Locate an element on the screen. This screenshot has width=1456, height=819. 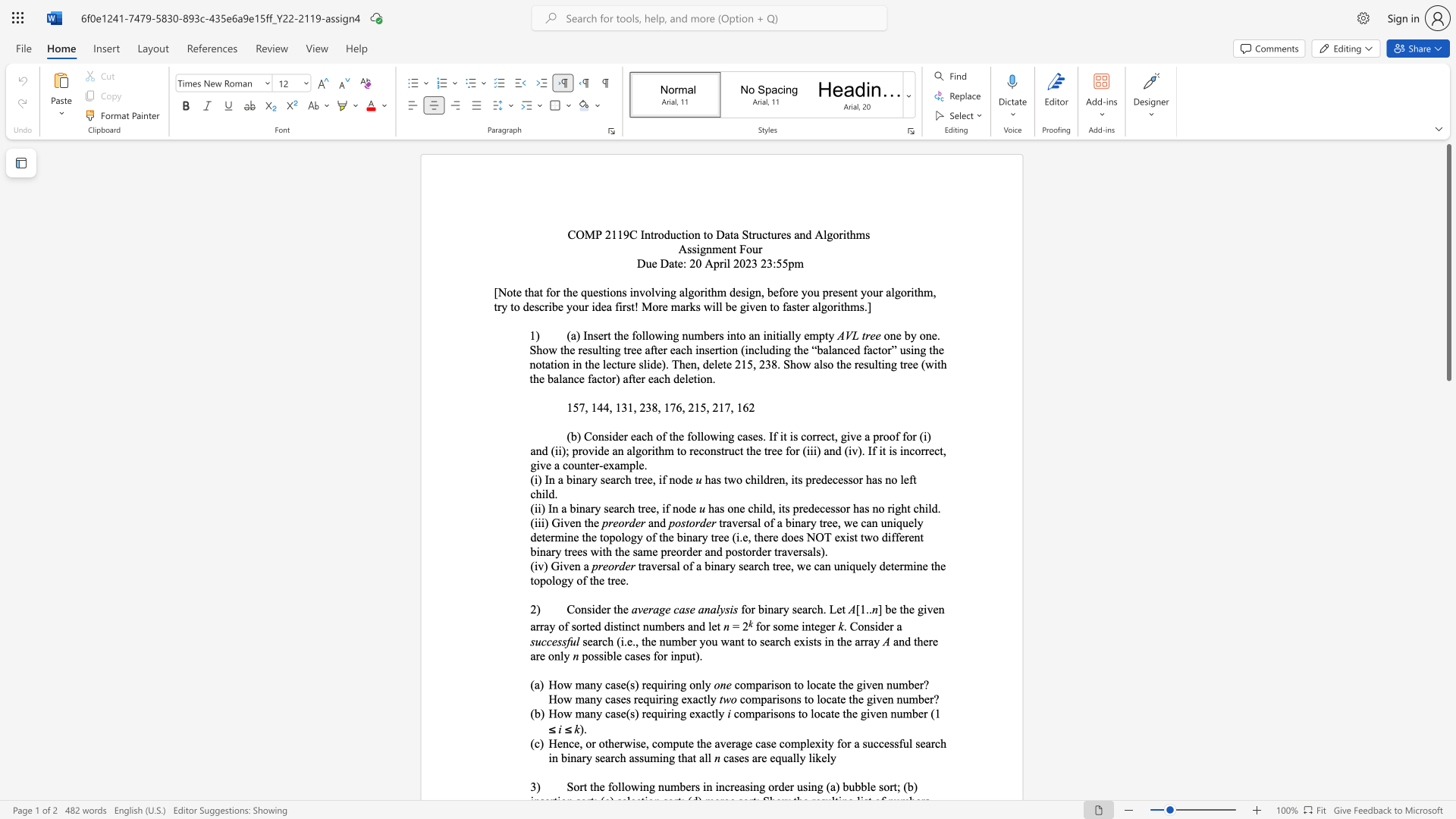
the subset text "mber (" within the text "comparisons to locate the given number (1" is located at coordinates (902, 714).